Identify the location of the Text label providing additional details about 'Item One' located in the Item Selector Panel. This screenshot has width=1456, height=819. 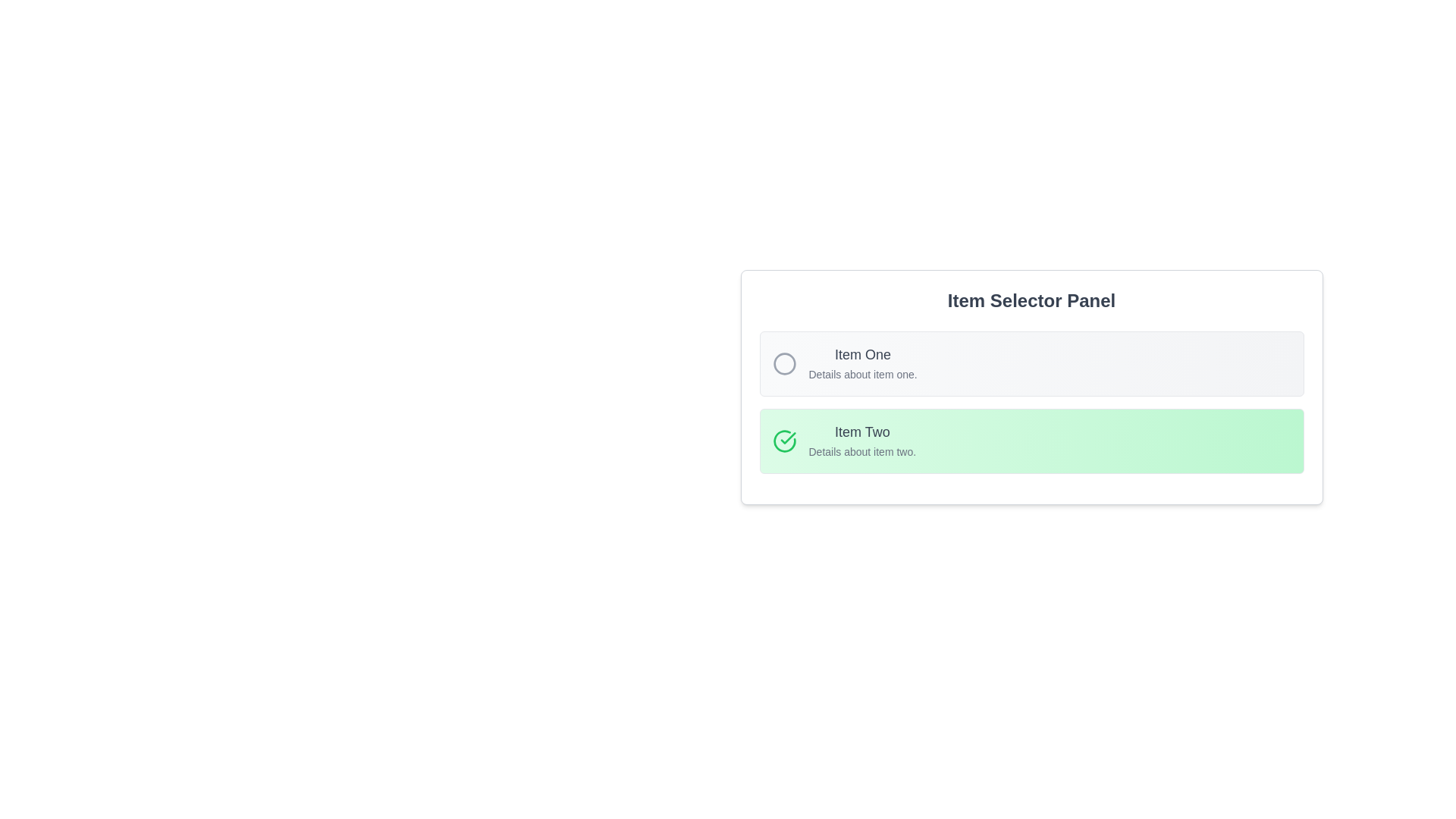
(863, 374).